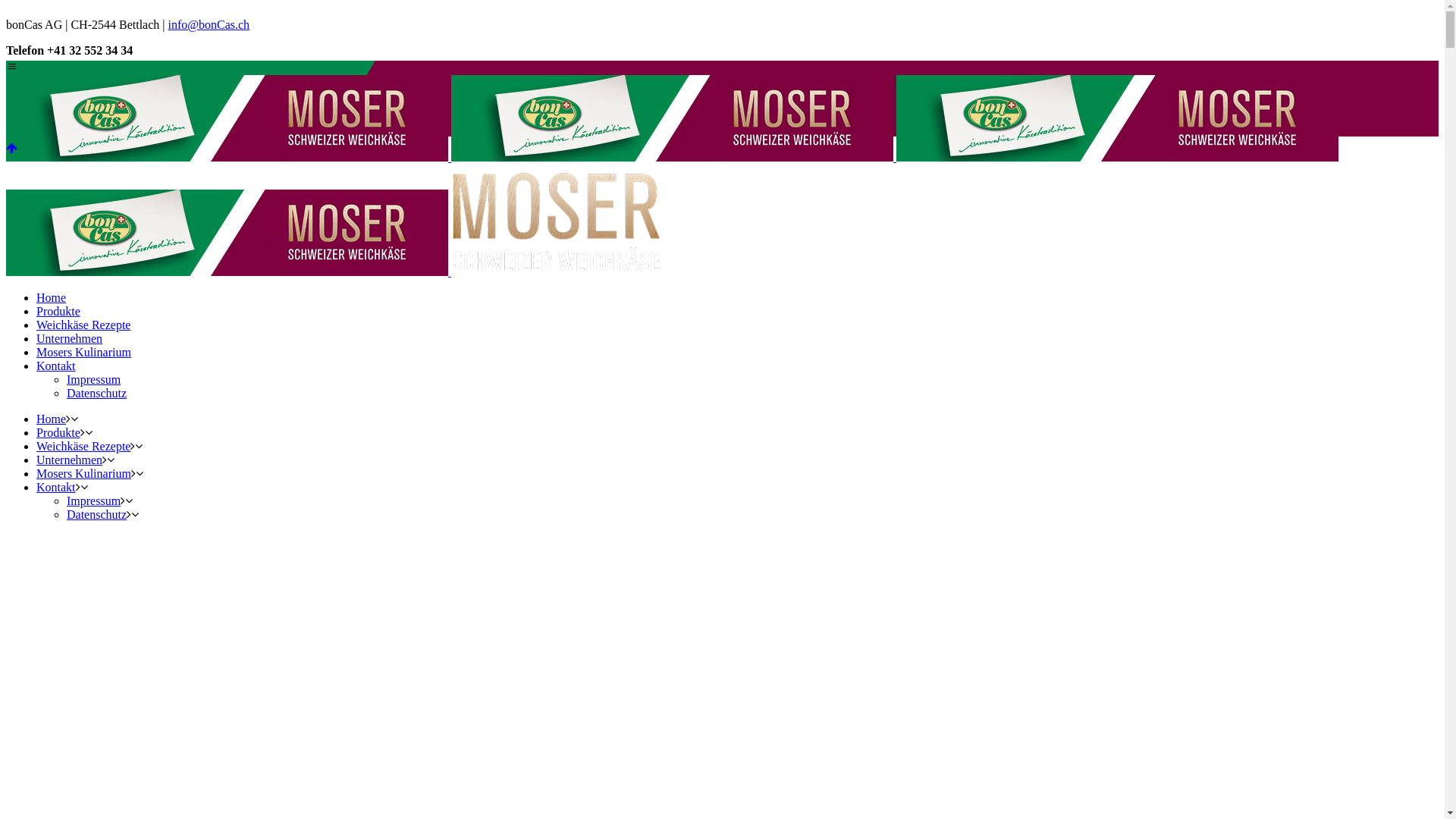  What do you see at coordinates (36, 366) in the screenshot?
I see `'Kontakt'` at bounding box center [36, 366].